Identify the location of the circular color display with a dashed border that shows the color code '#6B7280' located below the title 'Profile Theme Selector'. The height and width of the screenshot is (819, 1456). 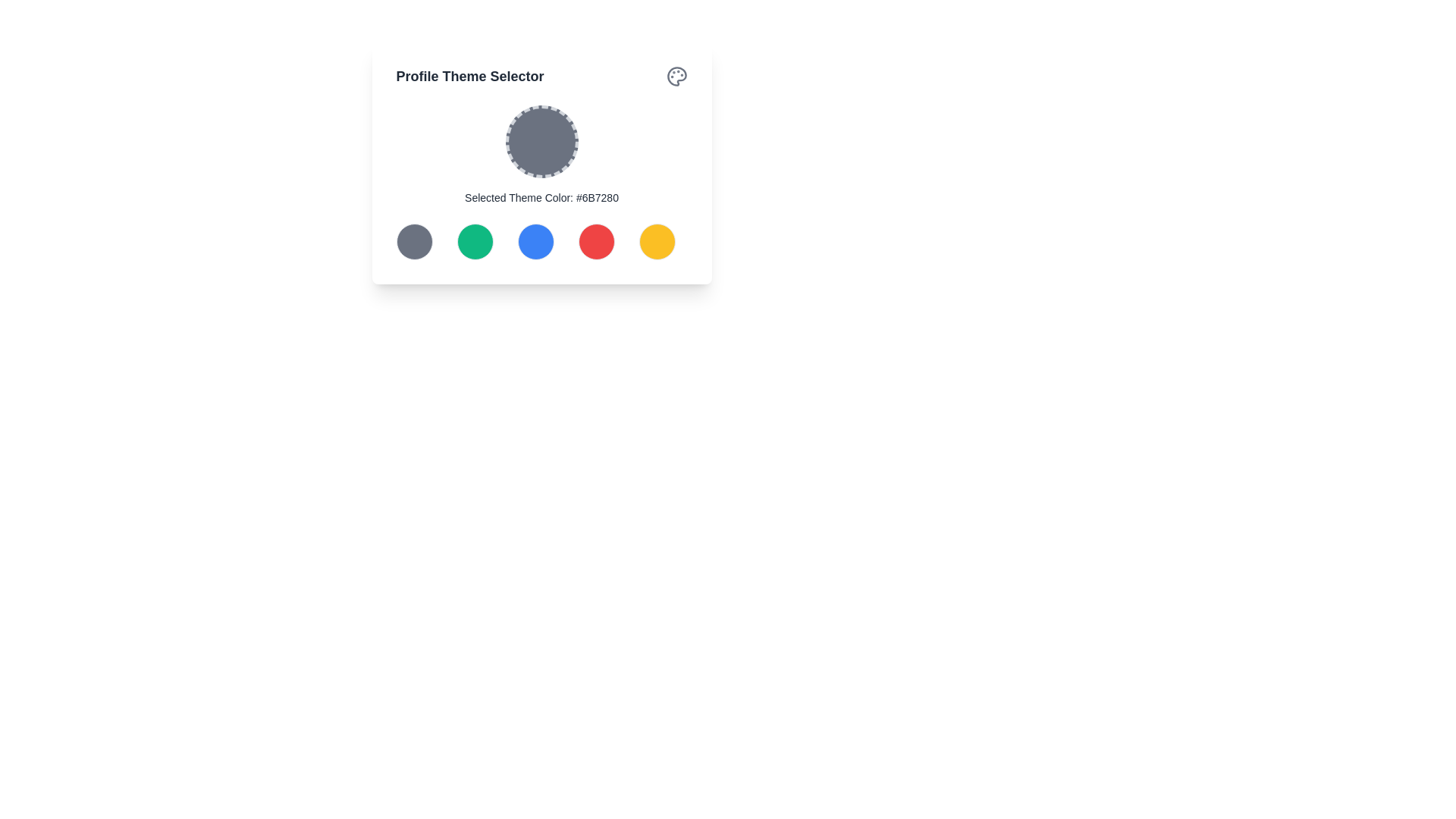
(541, 155).